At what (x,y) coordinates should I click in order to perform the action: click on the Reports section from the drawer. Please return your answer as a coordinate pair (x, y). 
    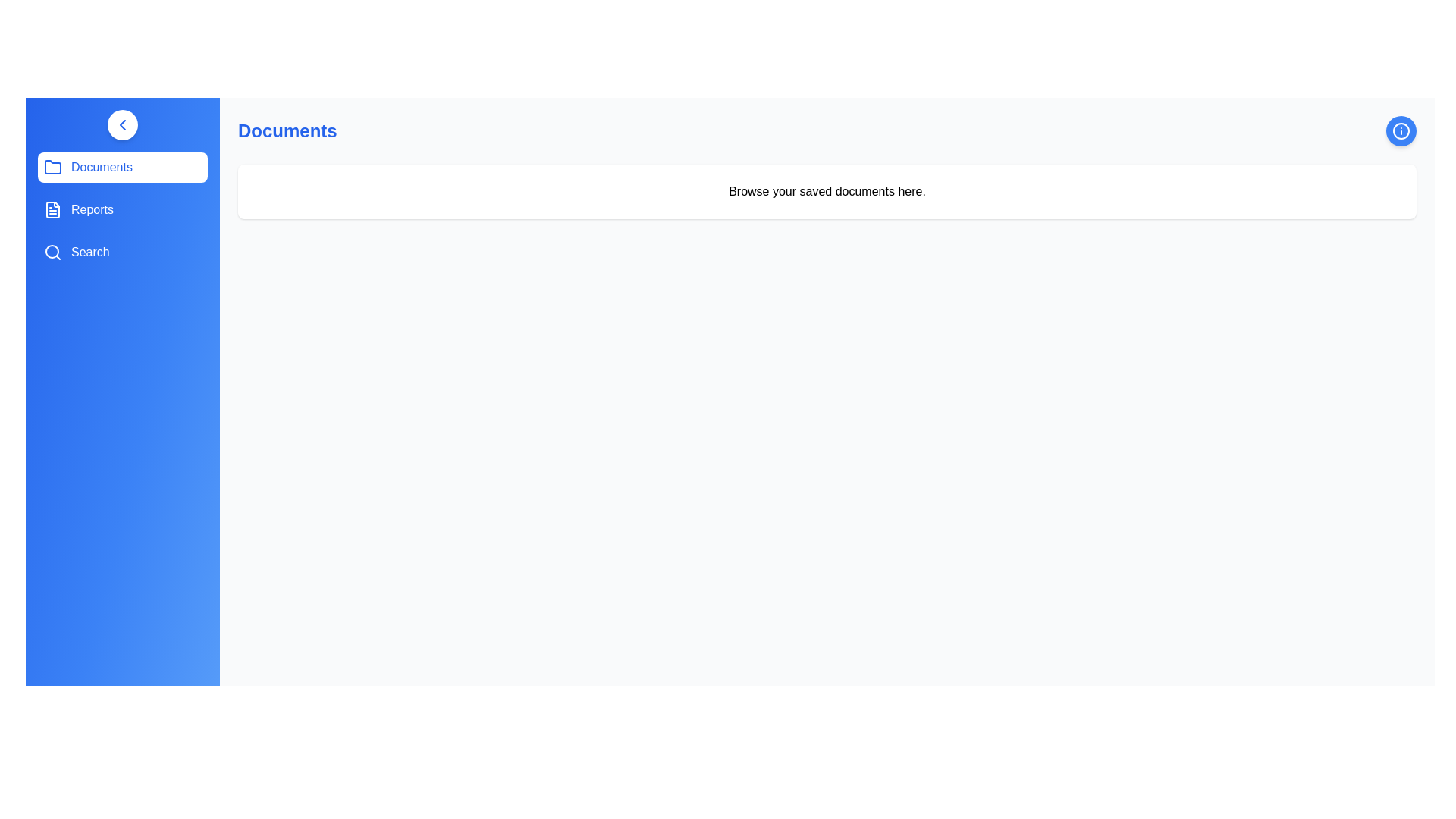
    Looking at the image, I should click on (123, 210).